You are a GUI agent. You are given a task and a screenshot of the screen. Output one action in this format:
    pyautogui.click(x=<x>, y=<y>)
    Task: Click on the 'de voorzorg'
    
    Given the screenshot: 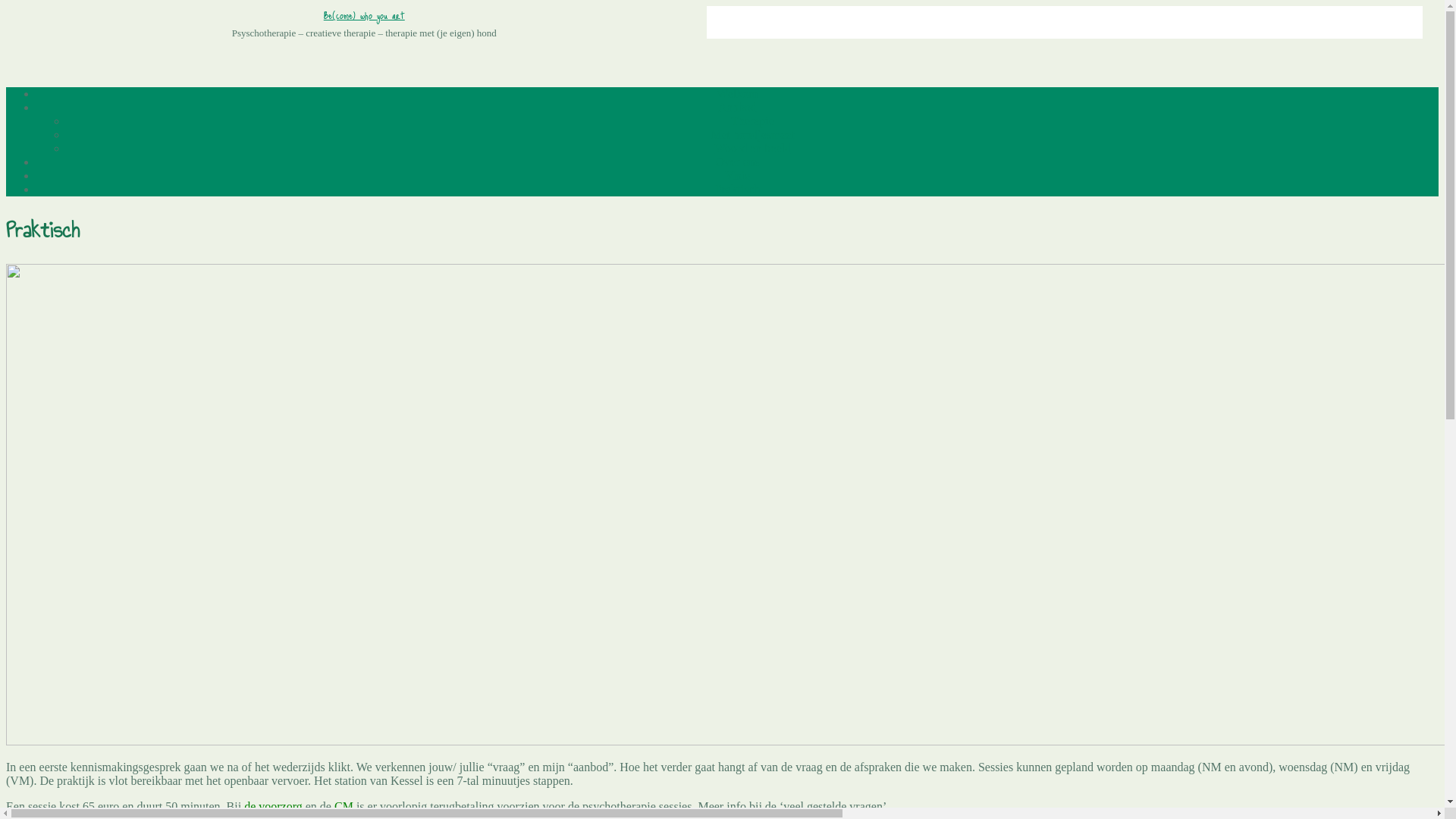 What is the action you would take?
    pyautogui.click(x=273, y=805)
    